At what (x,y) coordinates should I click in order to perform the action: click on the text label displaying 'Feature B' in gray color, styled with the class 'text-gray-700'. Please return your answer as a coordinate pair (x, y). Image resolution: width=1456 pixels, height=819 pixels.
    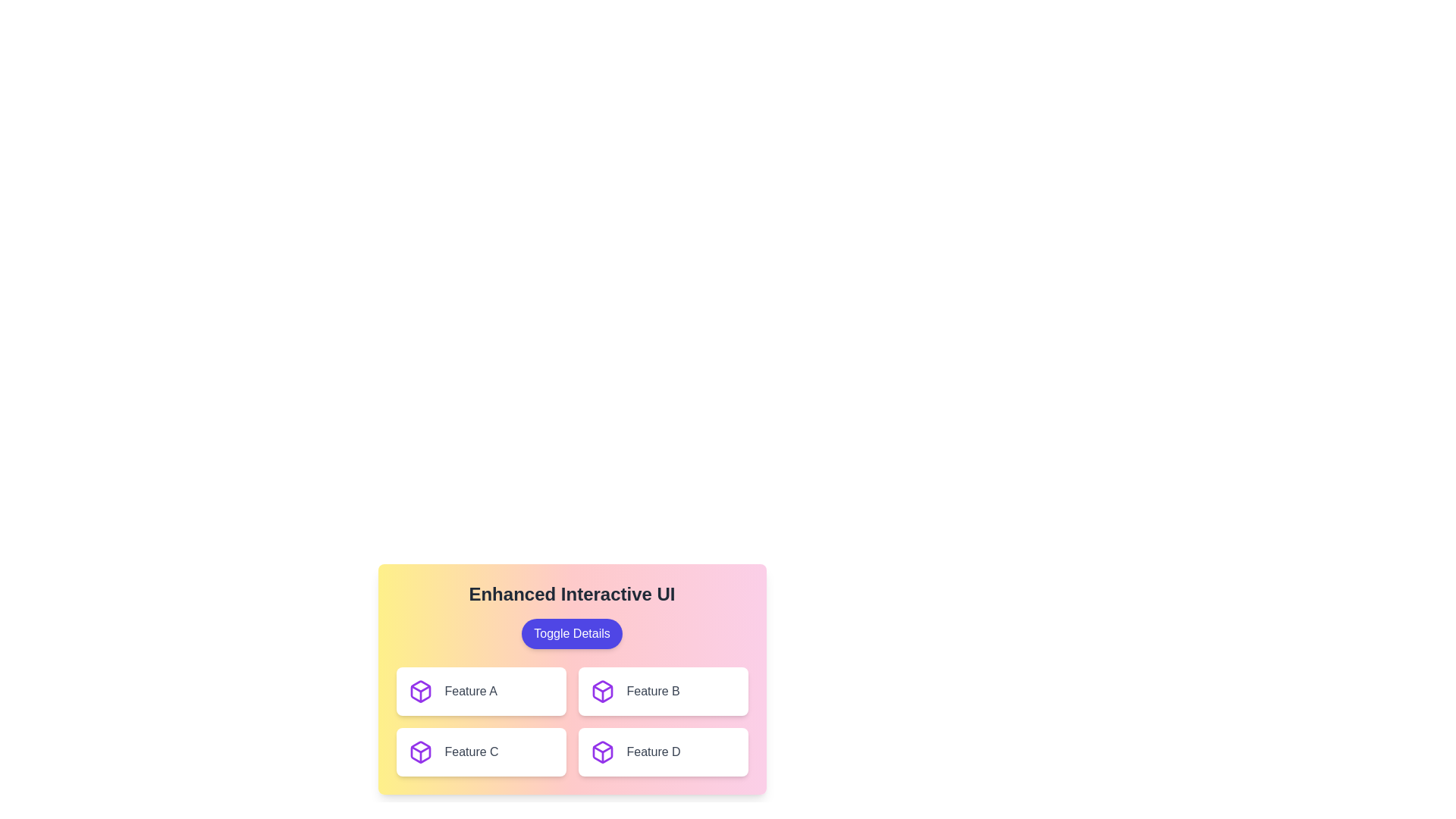
    Looking at the image, I should click on (653, 691).